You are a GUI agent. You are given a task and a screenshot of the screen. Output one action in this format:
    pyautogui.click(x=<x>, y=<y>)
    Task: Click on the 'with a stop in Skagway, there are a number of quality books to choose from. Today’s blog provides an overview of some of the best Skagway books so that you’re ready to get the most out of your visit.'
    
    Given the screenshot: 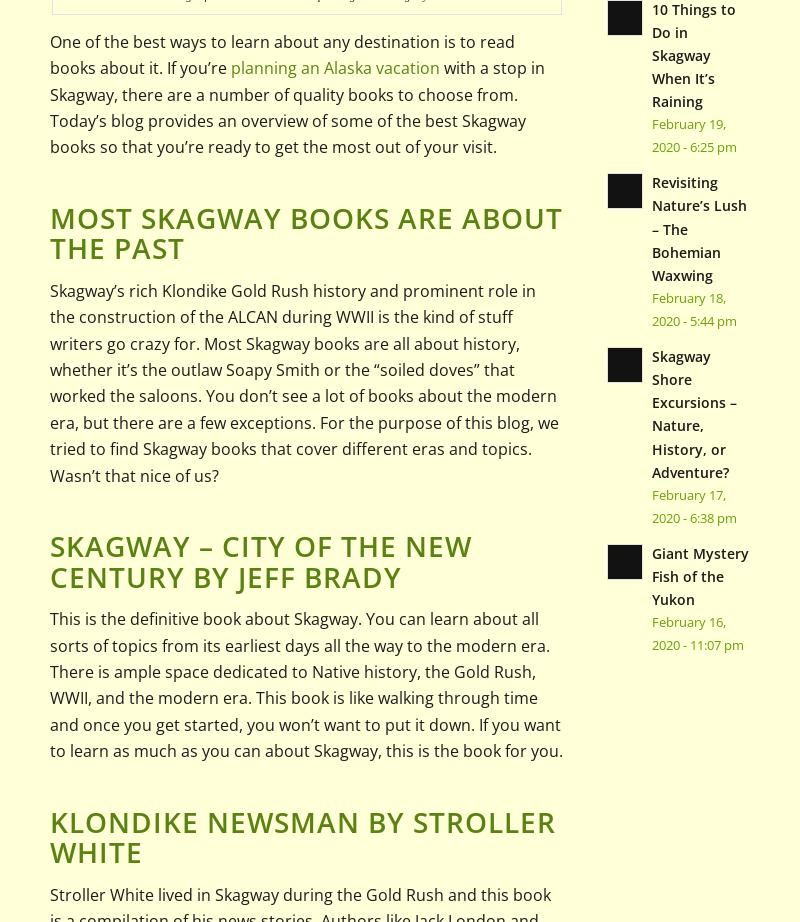 What is the action you would take?
    pyautogui.click(x=49, y=107)
    